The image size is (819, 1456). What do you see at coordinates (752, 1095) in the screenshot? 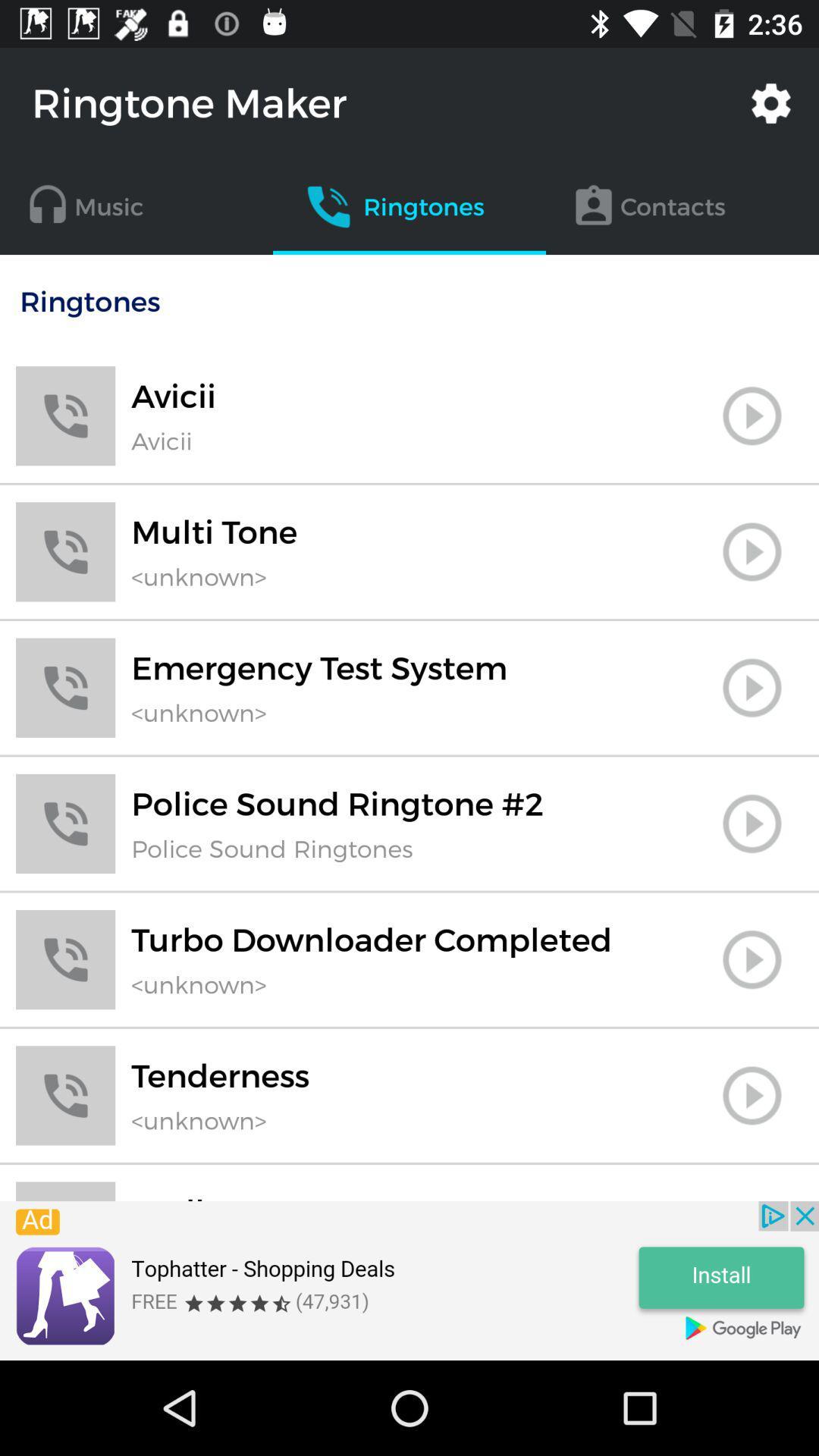
I see `play` at bounding box center [752, 1095].